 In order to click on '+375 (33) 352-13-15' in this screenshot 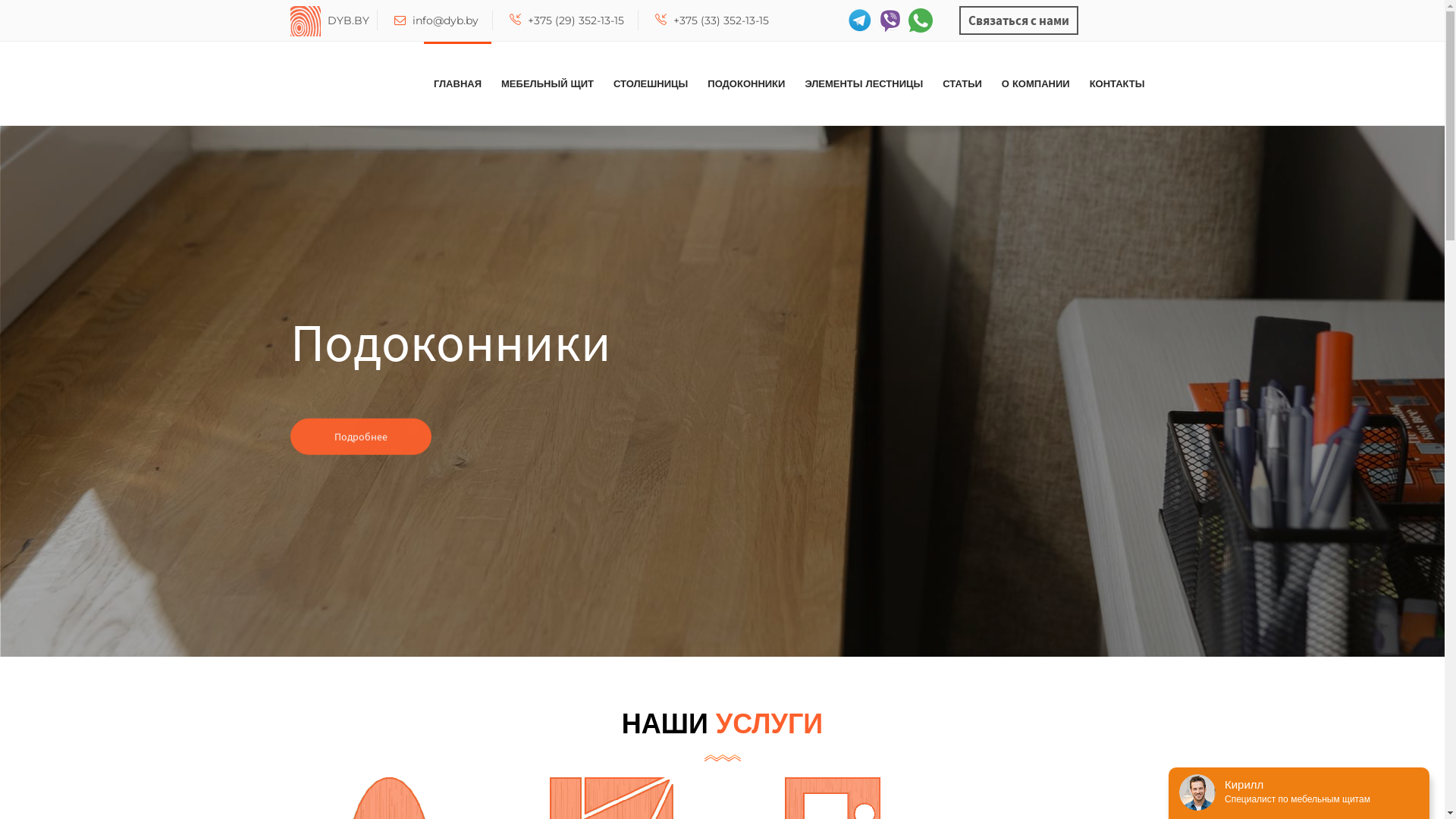, I will do `click(711, 20)`.